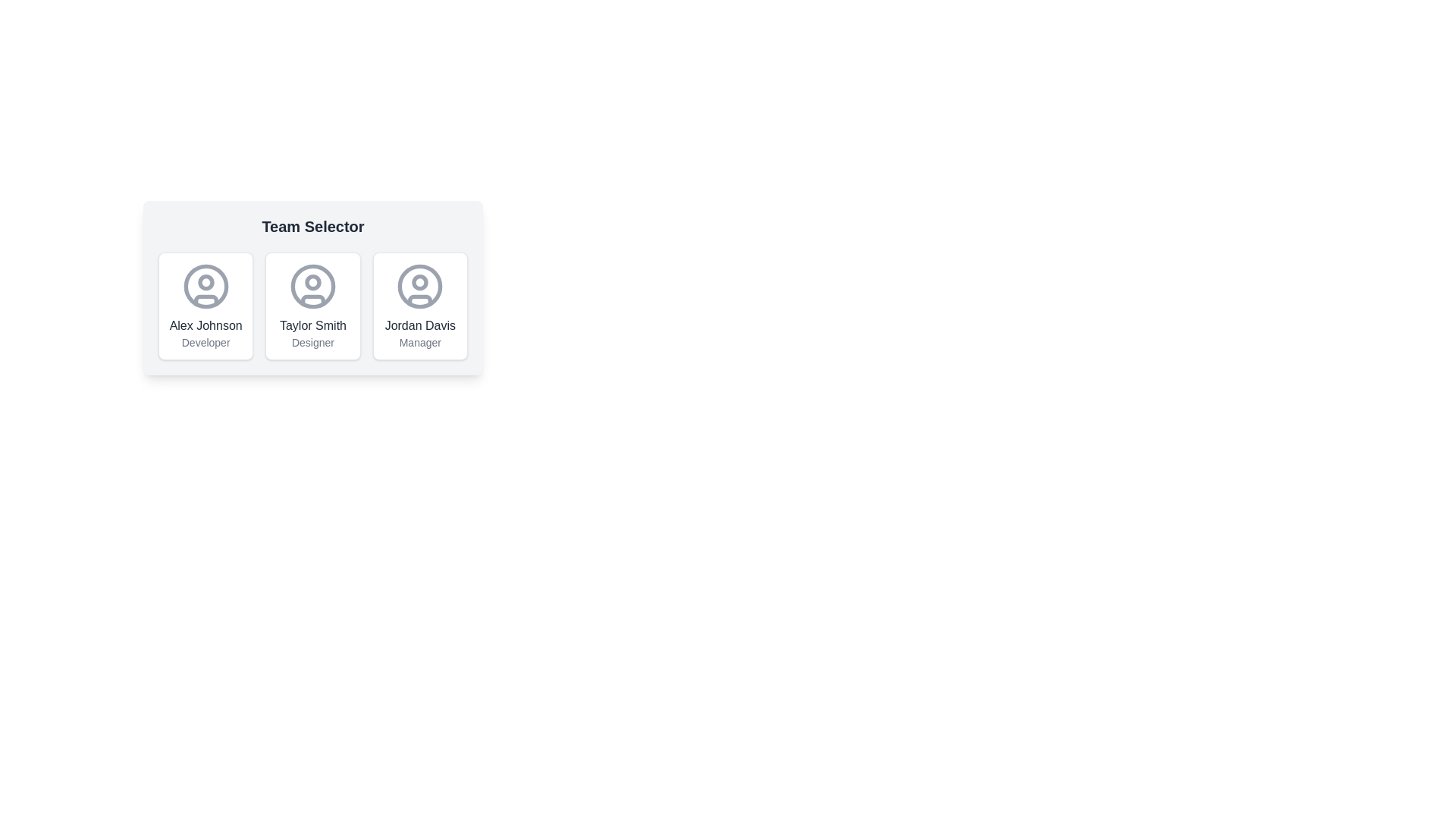  I want to click on the circular icon representing 'Alex Johnson Developer' in the leftmost user card of the 'Team Selector' UI component, so click(205, 282).